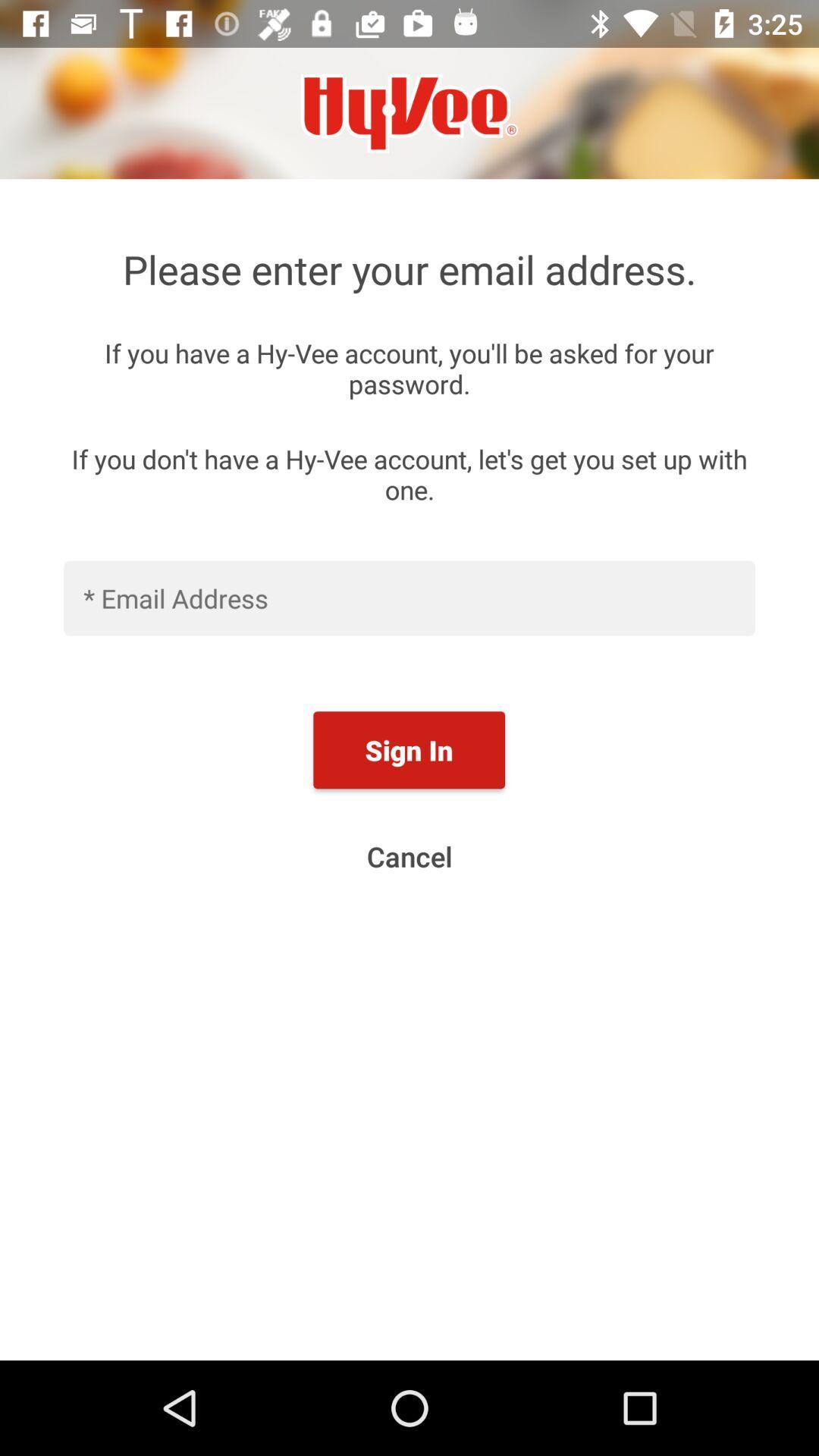 The image size is (819, 1456). I want to click on the sign in, so click(408, 750).